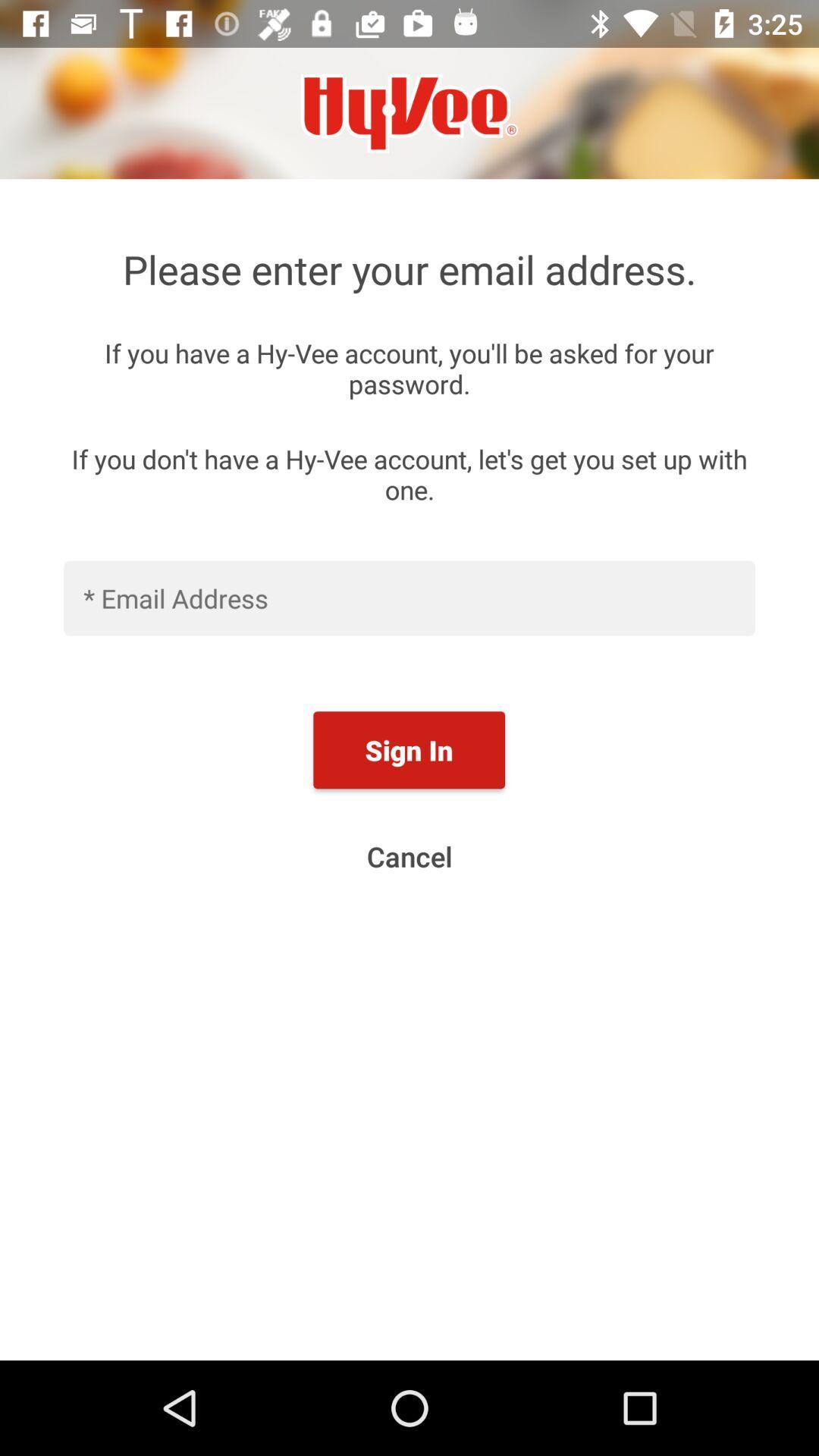 The image size is (819, 1456). I want to click on the sign in, so click(408, 750).